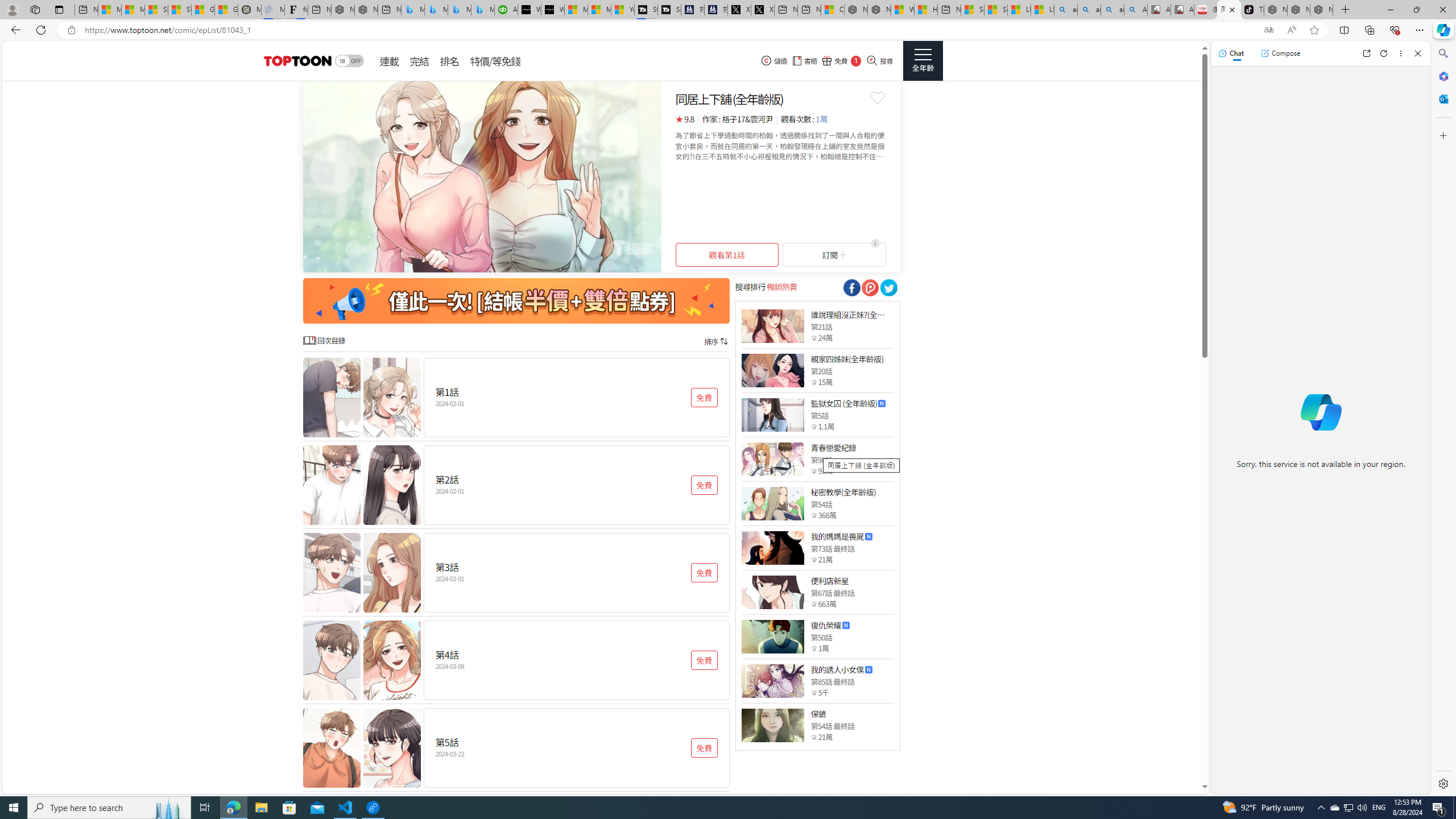 This screenshot has width=1456, height=819. What do you see at coordinates (436, 9) in the screenshot?
I see `'Microsoft Bing Travel - Stays in Bangkok, Bangkok, Thailand'` at bounding box center [436, 9].